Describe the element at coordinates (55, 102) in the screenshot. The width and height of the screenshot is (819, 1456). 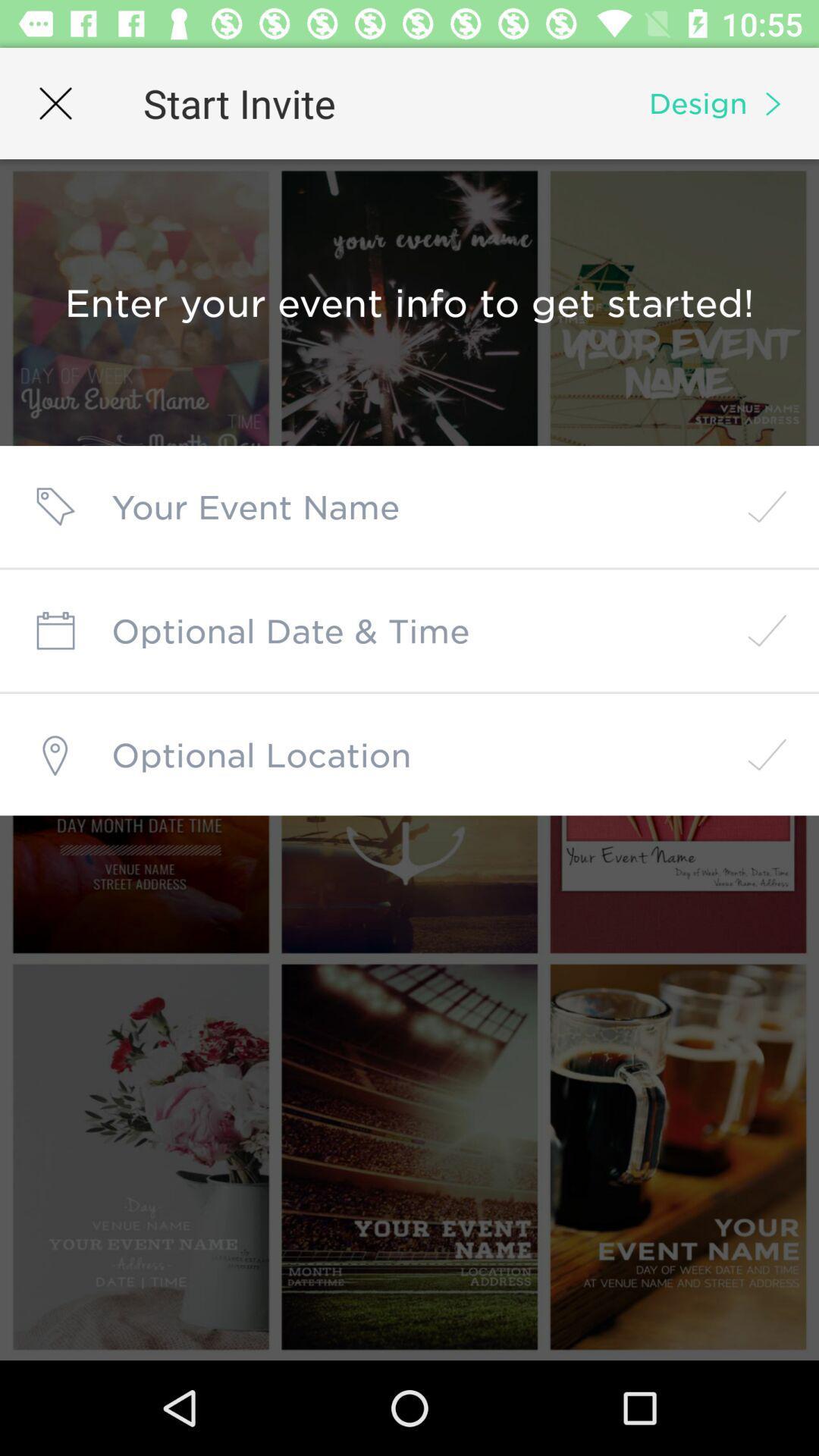
I see `icon next to start invite` at that location.